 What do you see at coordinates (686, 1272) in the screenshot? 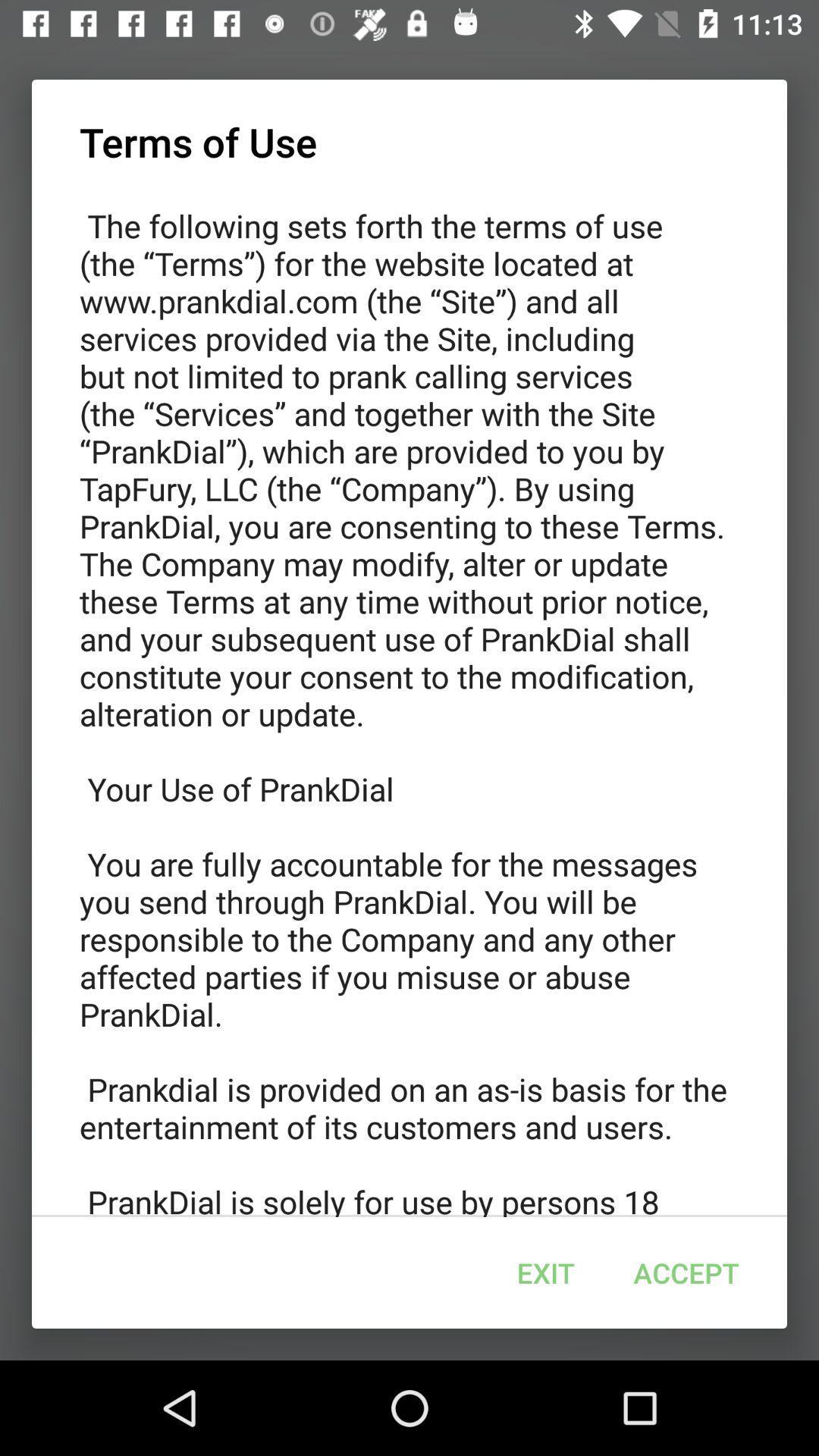
I see `item below the following sets item` at bounding box center [686, 1272].